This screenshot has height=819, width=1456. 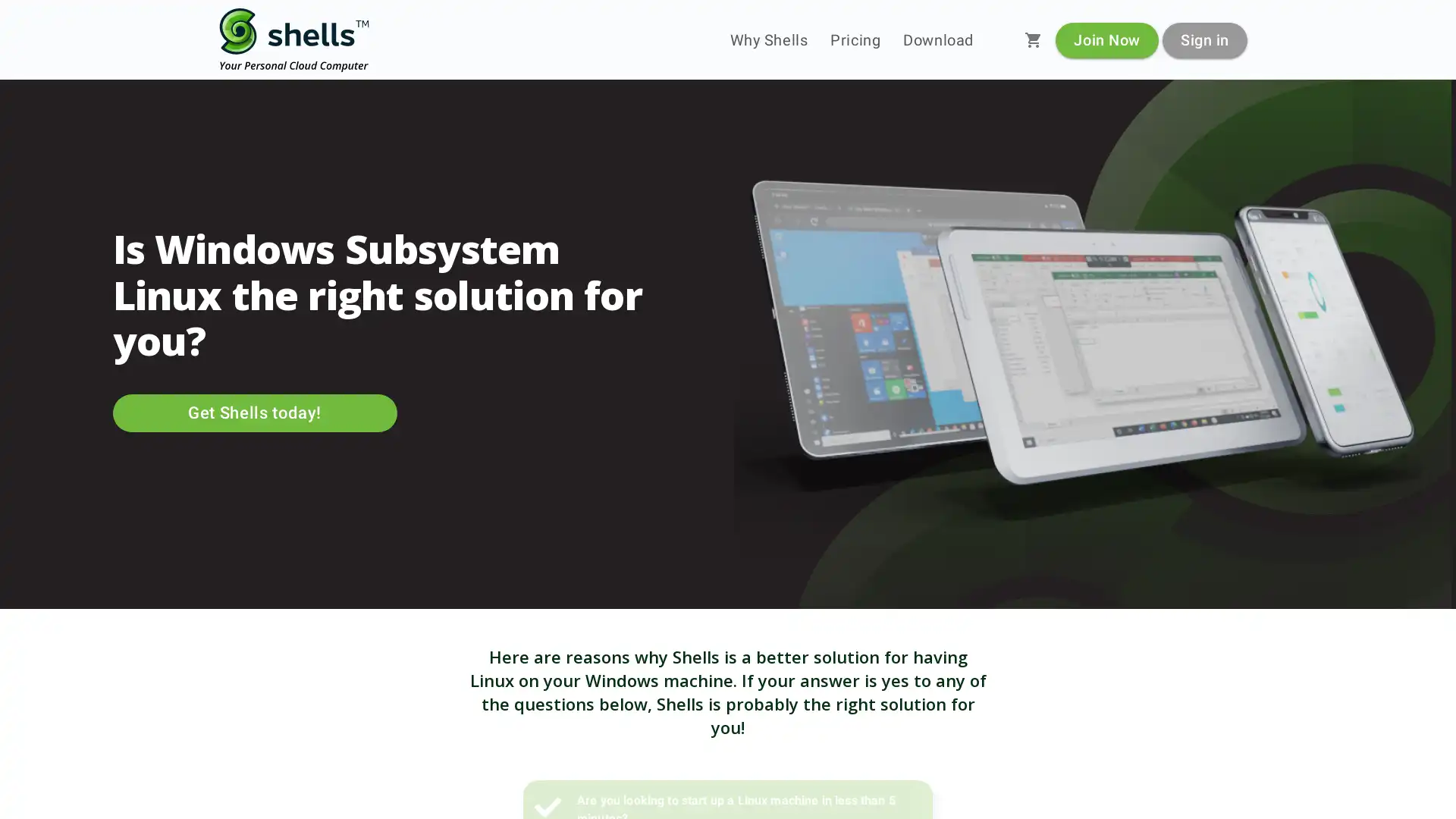 What do you see at coordinates (855, 39) in the screenshot?
I see `Pricing` at bounding box center [855, 39].